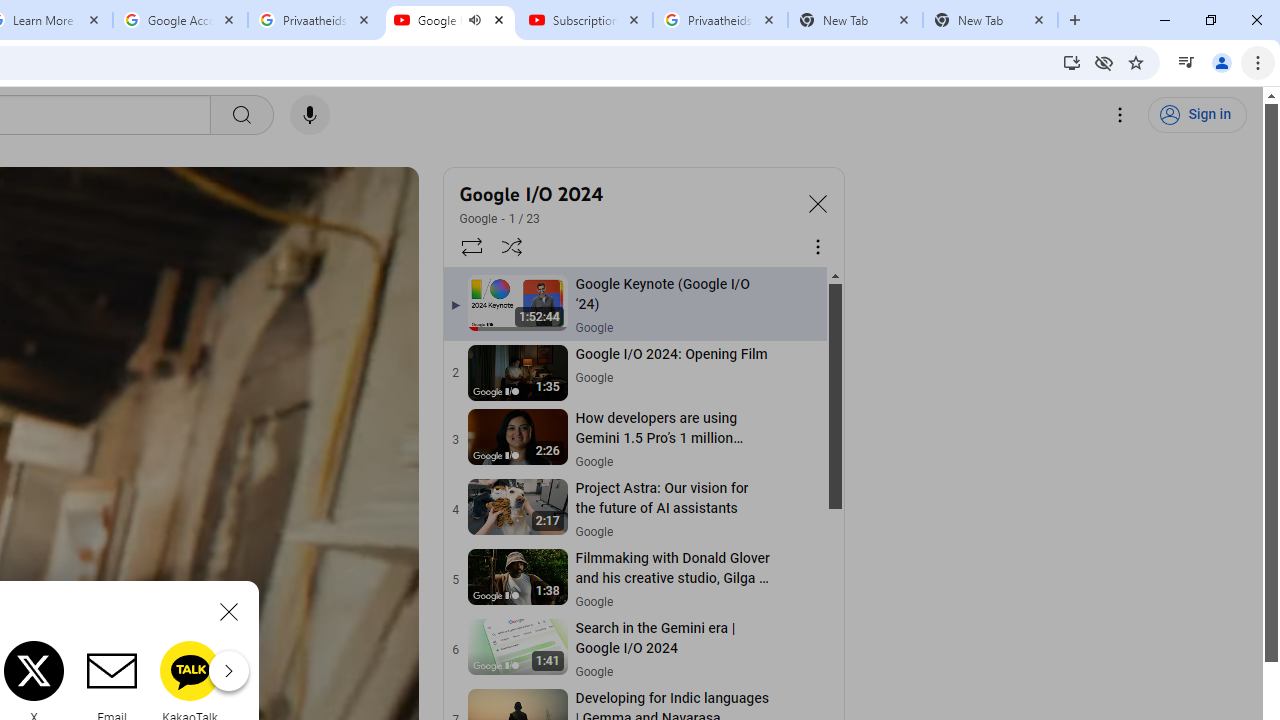  Describe the element at coordinates (512, 245) in the screenshot. I see `'Shuffle playlist'` at that location.